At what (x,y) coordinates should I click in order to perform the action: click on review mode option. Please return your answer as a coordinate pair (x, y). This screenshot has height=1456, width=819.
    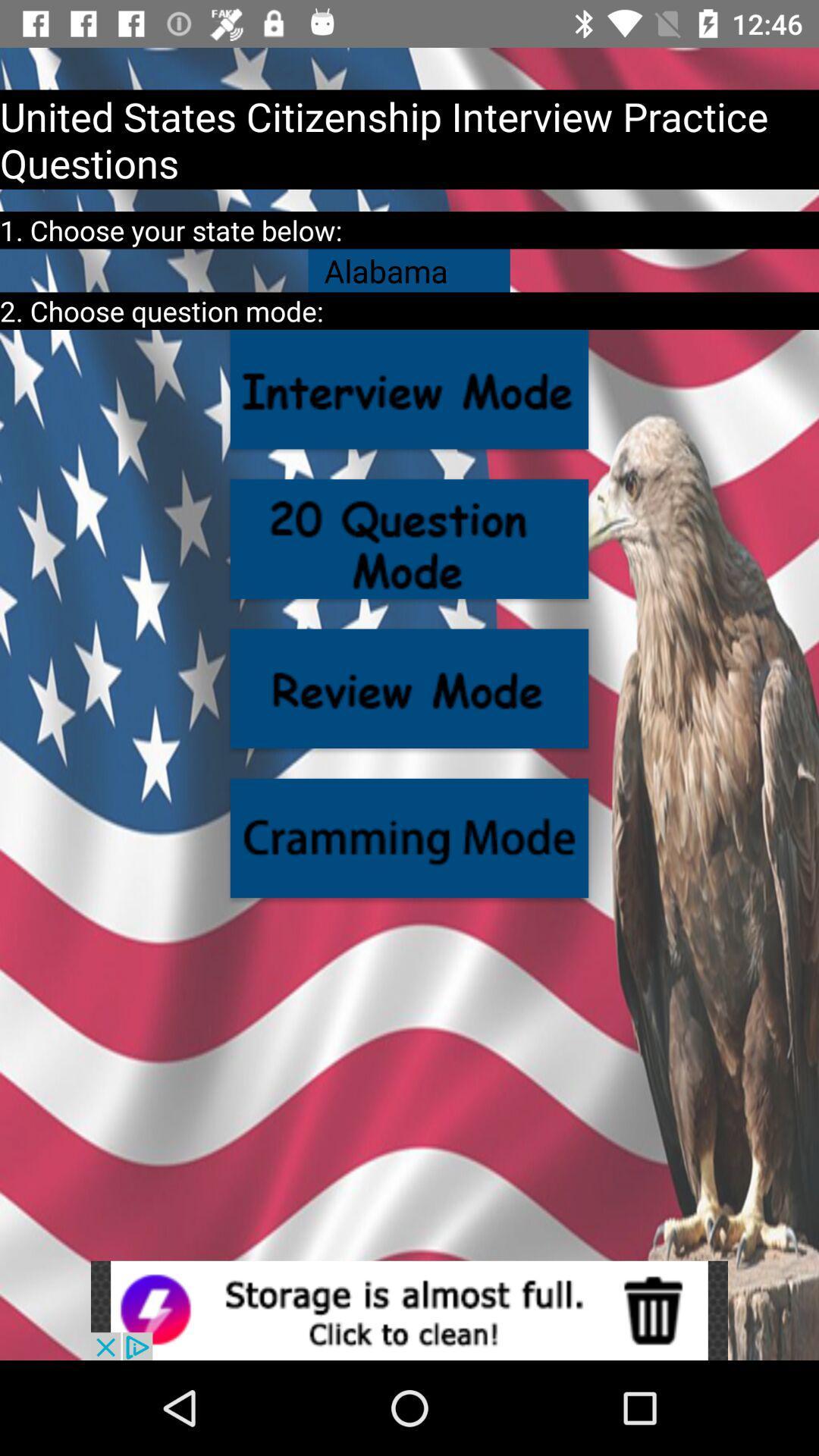
    Looking at the image, I should click on (409, 688).